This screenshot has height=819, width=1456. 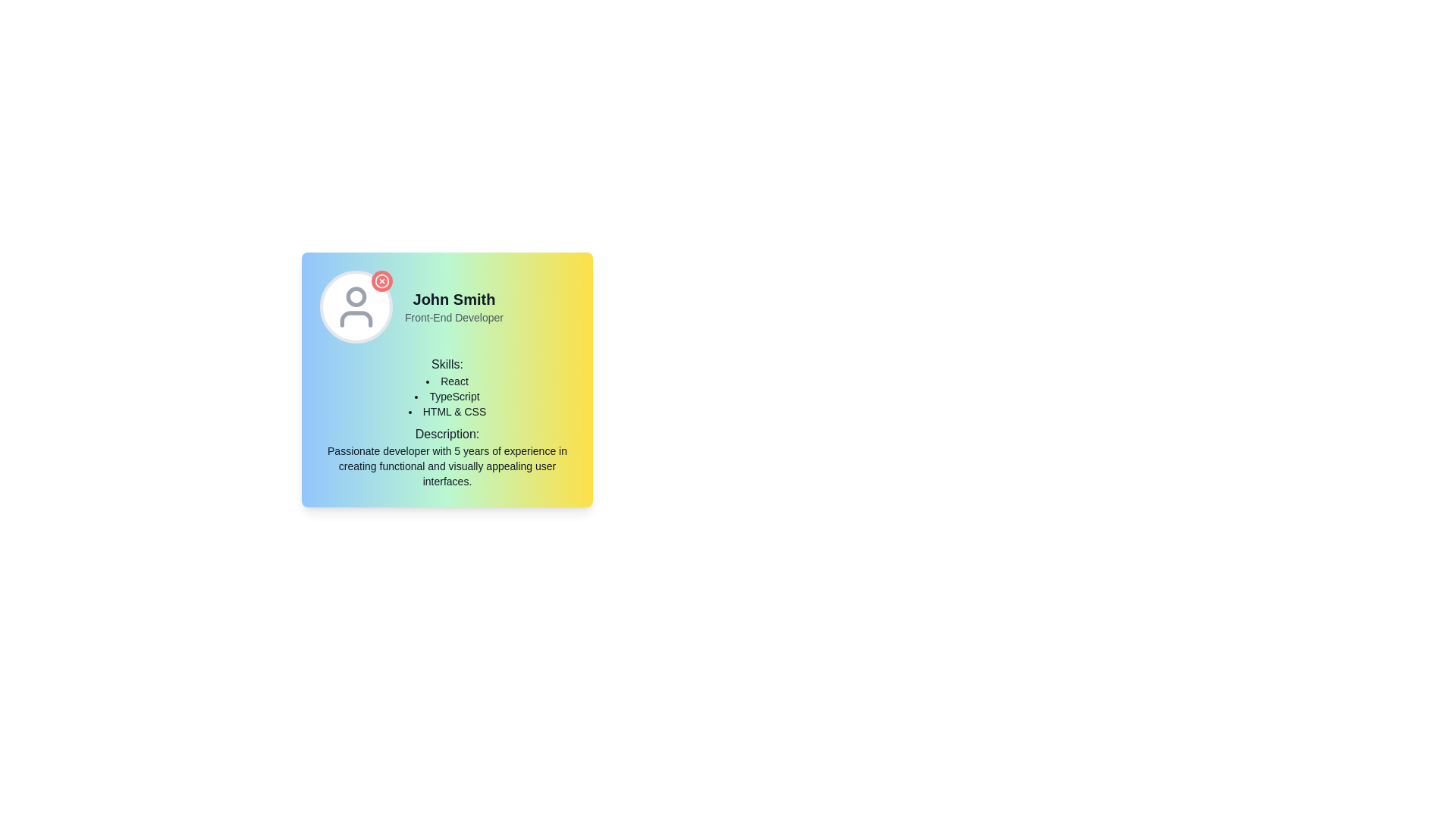 What do you see at coordinates (447, 465) in the screenshot?
I see `static text element that displays the description of the user, which states: 'Passionate developer with 5 years of experience in creating functional and visually appealing user interfaces.' This text is located beneath the 'Description:' label on the profile card interface` at bounding box center [447, 465].